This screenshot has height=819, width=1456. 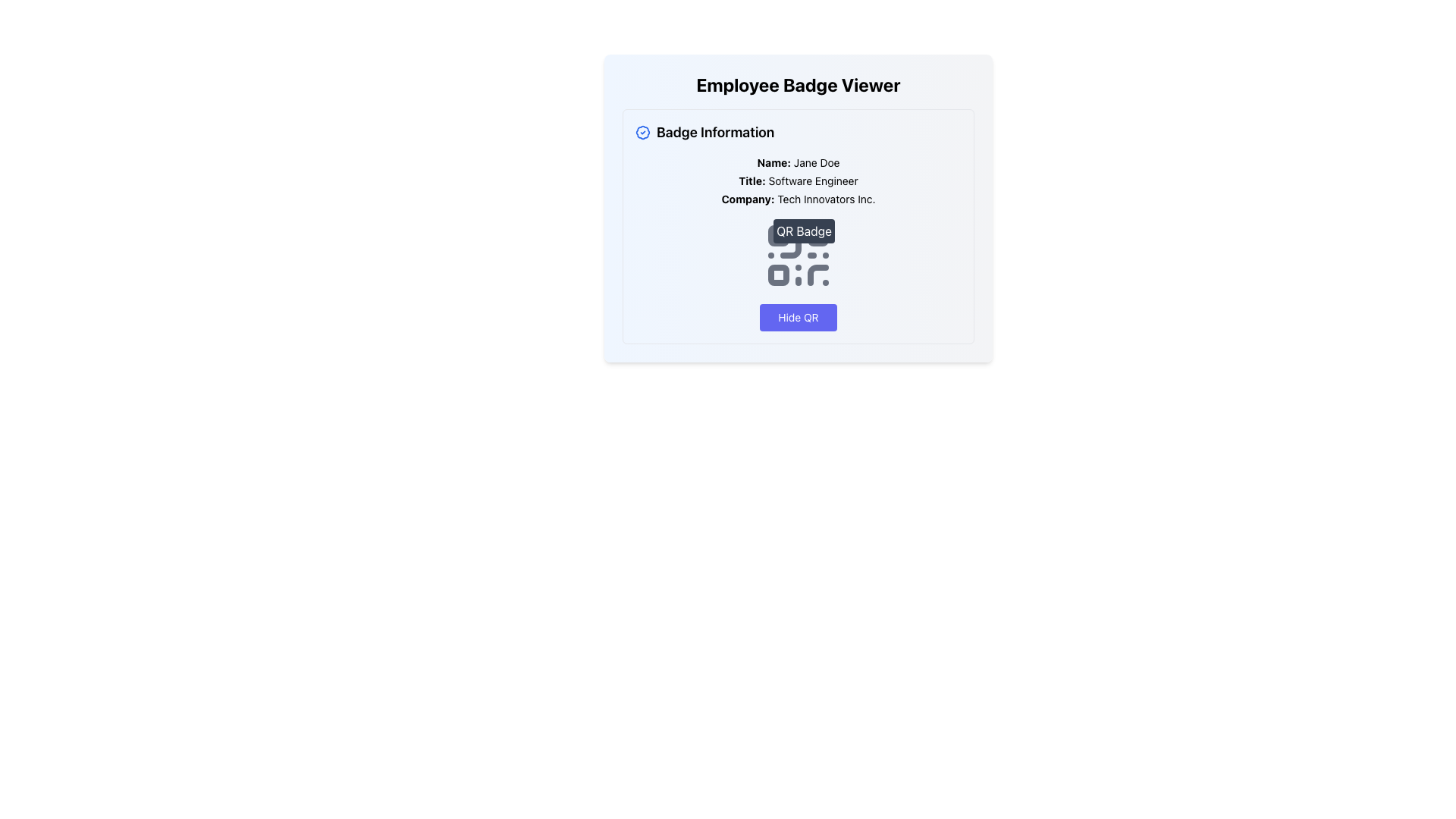 What do you see at coordinates (752, 180) in the screenshot?
I see `the Text Label that indicates the title of the individual, located centrally within the interface above the 'Software Engineer' text and below 'Name: Jane Doe'` at bounding box center [752, 180].